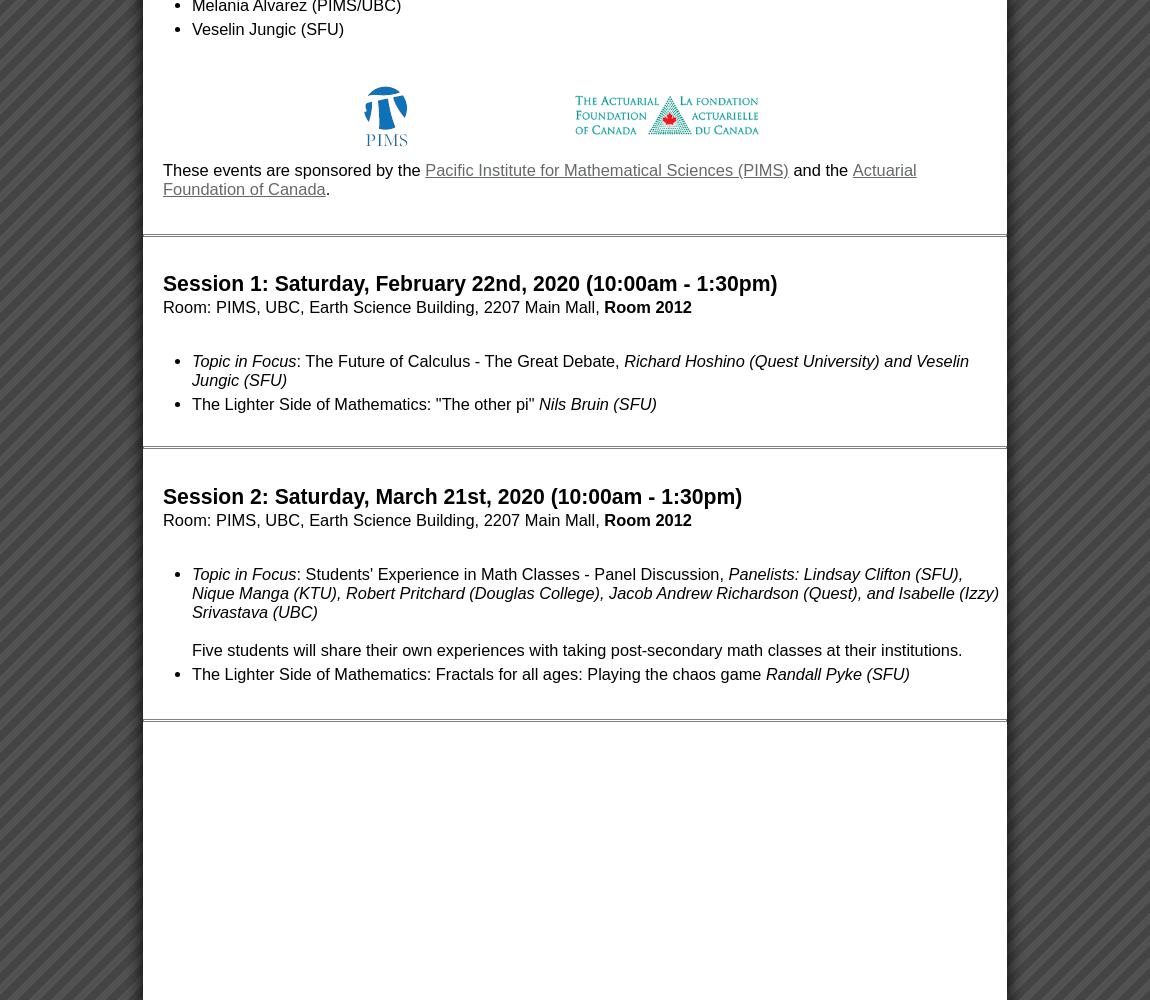 The width and height of the screenshot is (1150, 1000). What do you see at coordinates (605, 170) in the screenshot?
I see `'Pacific Institute for Mathematical Sciences (PIMS)'` at bounding box center [605, 170].